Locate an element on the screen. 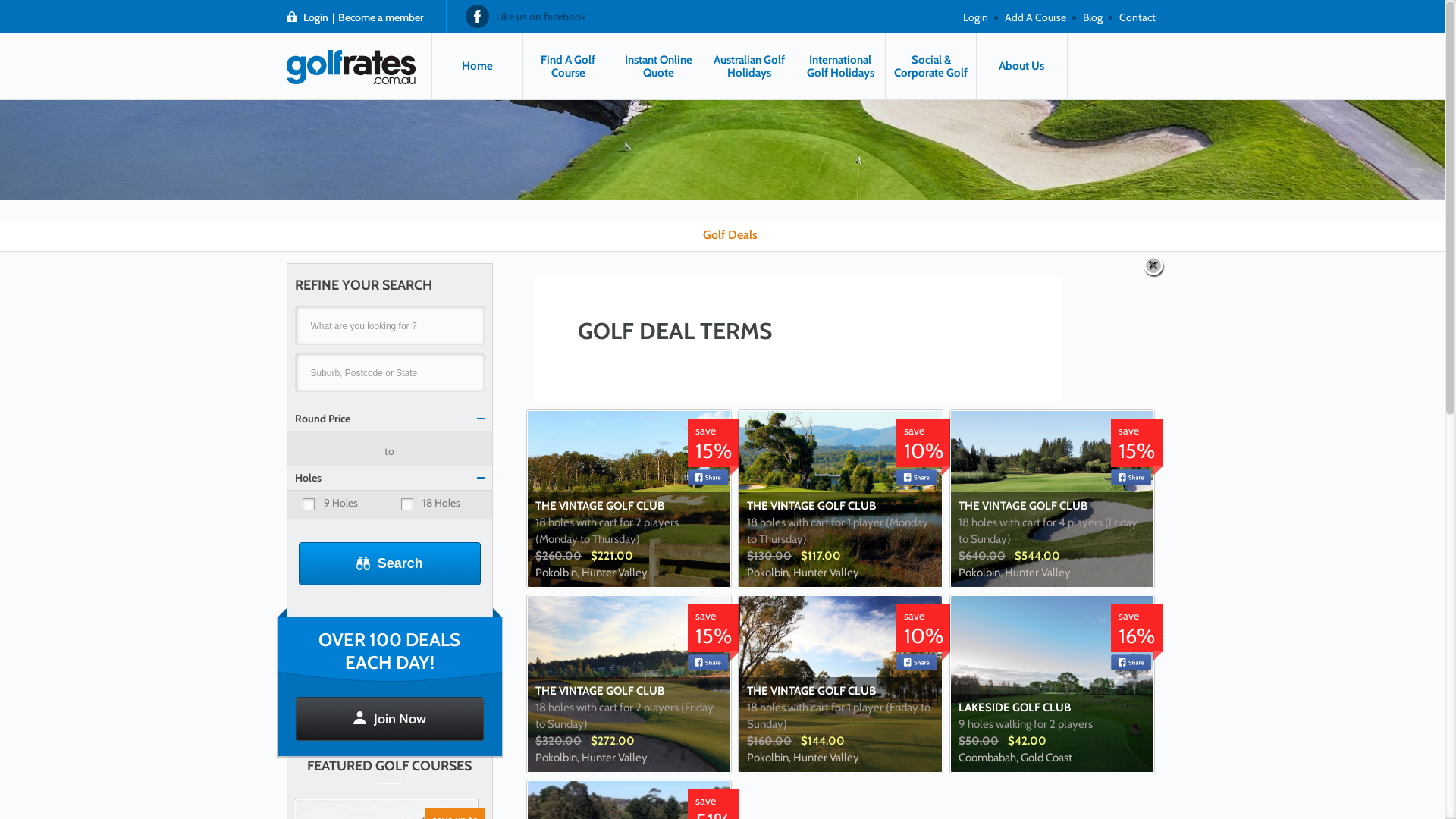 The width and height of the screenshot is (1456, 819). 'Login' is located at coordinates (302, 16).